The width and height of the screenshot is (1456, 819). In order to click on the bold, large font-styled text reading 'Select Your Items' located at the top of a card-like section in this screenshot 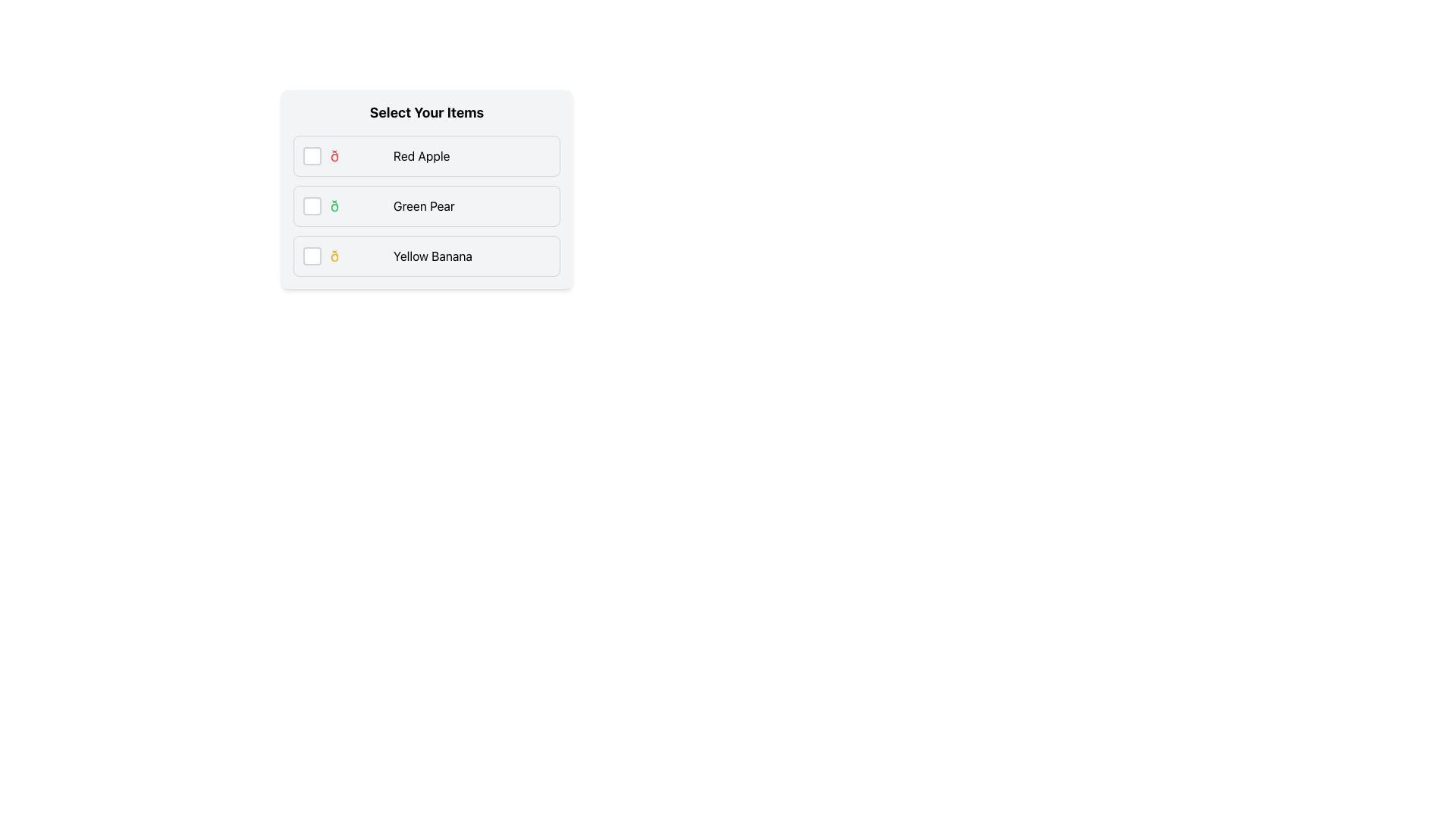, I will do `click(425, 112)`.